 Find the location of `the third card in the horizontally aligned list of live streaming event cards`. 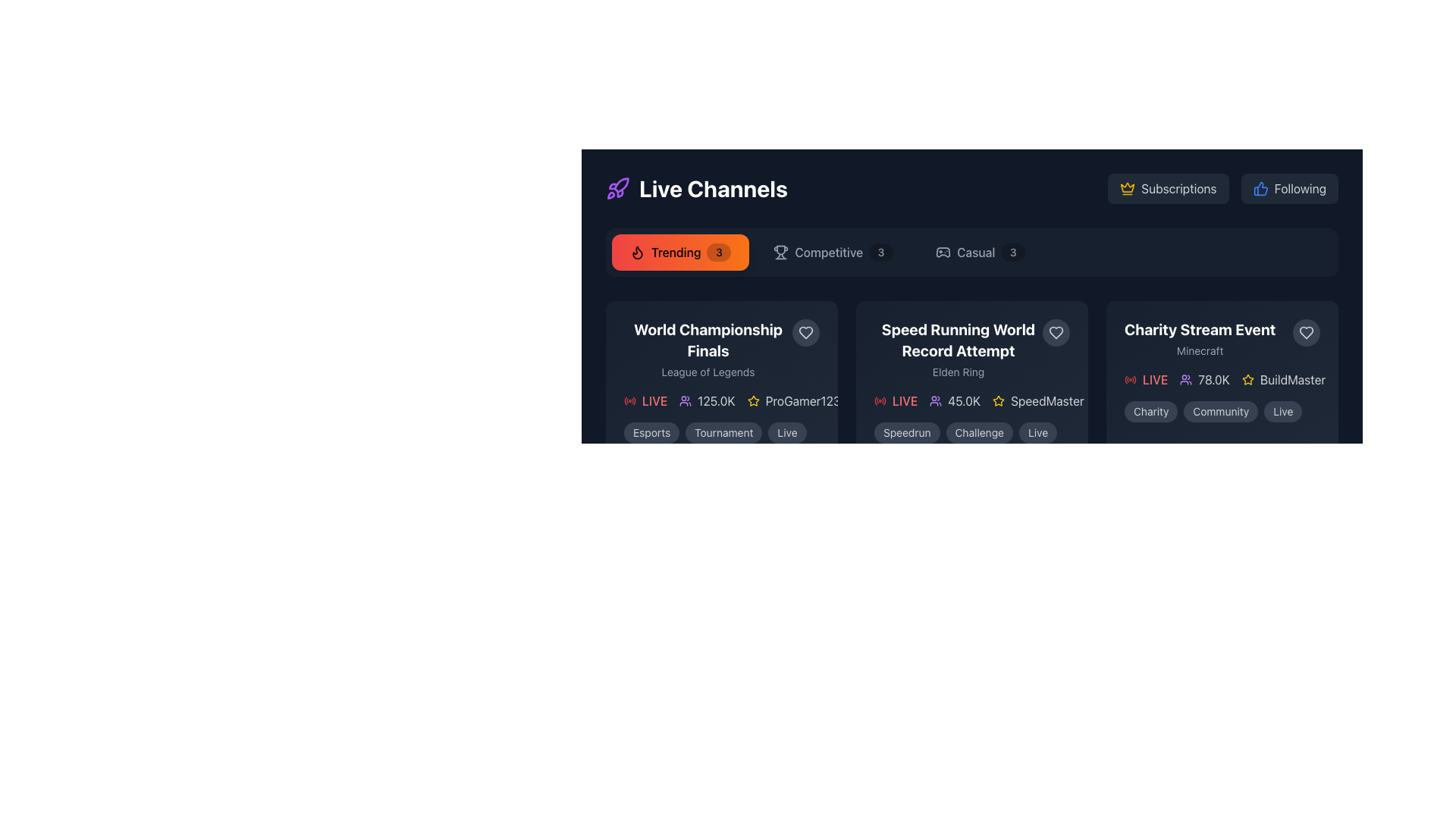

the third card in the horizontally aligned list of live streaming event cards is located at coordinates (1222, 371).